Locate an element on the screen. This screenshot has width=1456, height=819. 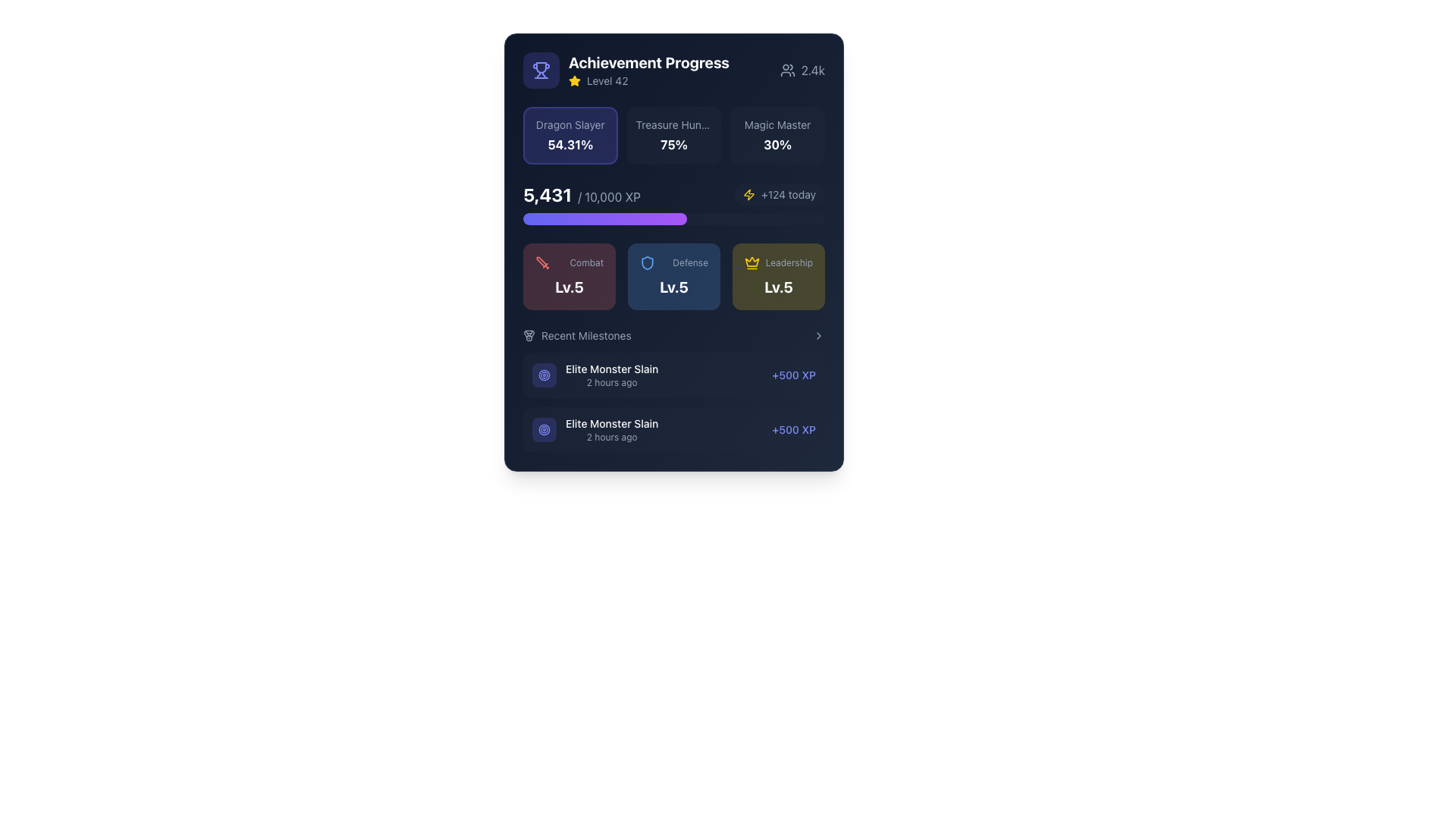
the milestone achievement icon representing 'Elite Monster Slain' located in the 'Recent Milestones' section with an indigo background is located at coordinates (544, 375).